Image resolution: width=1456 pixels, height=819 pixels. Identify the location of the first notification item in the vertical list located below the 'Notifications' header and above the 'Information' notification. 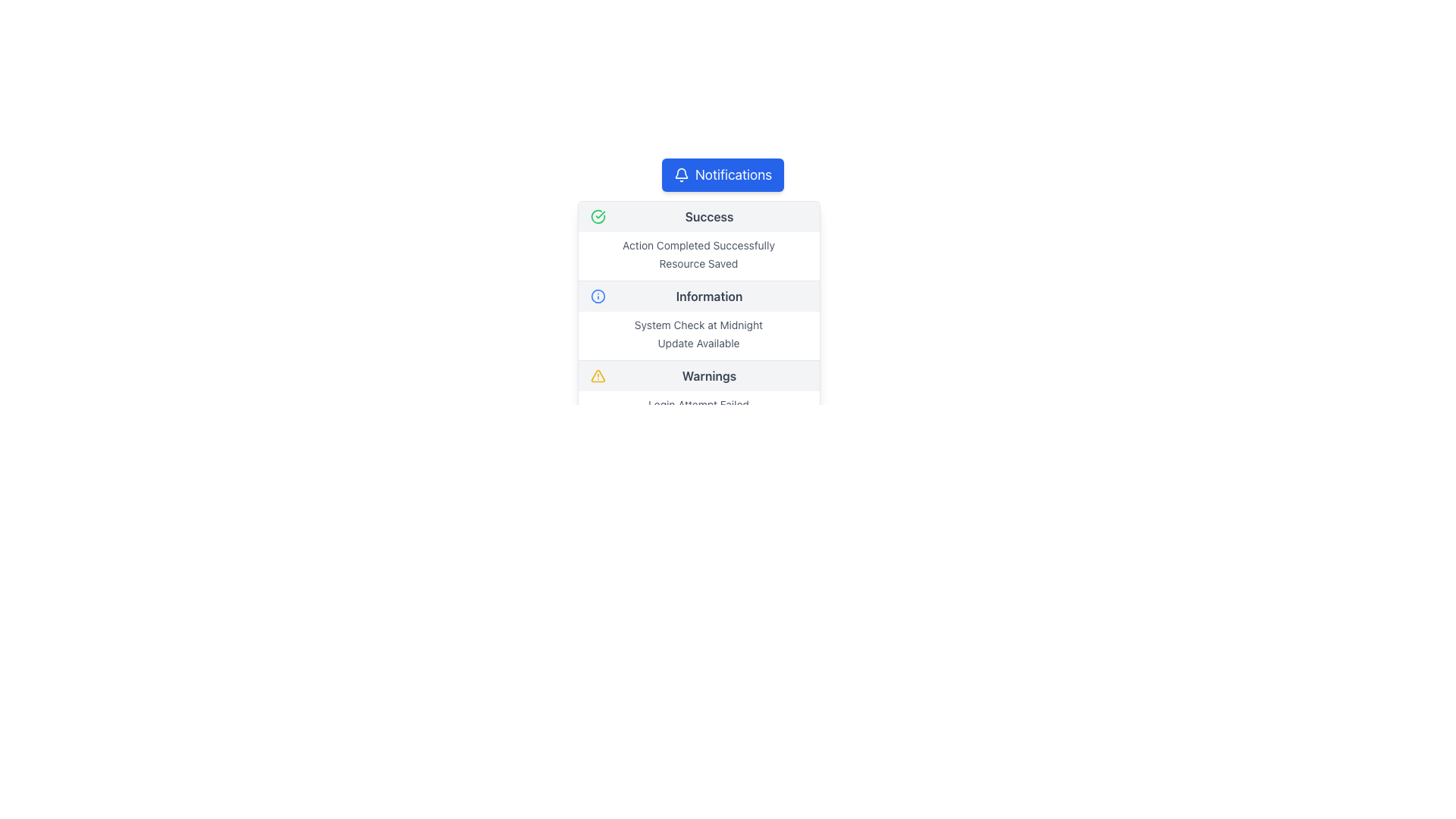
(698, 240).